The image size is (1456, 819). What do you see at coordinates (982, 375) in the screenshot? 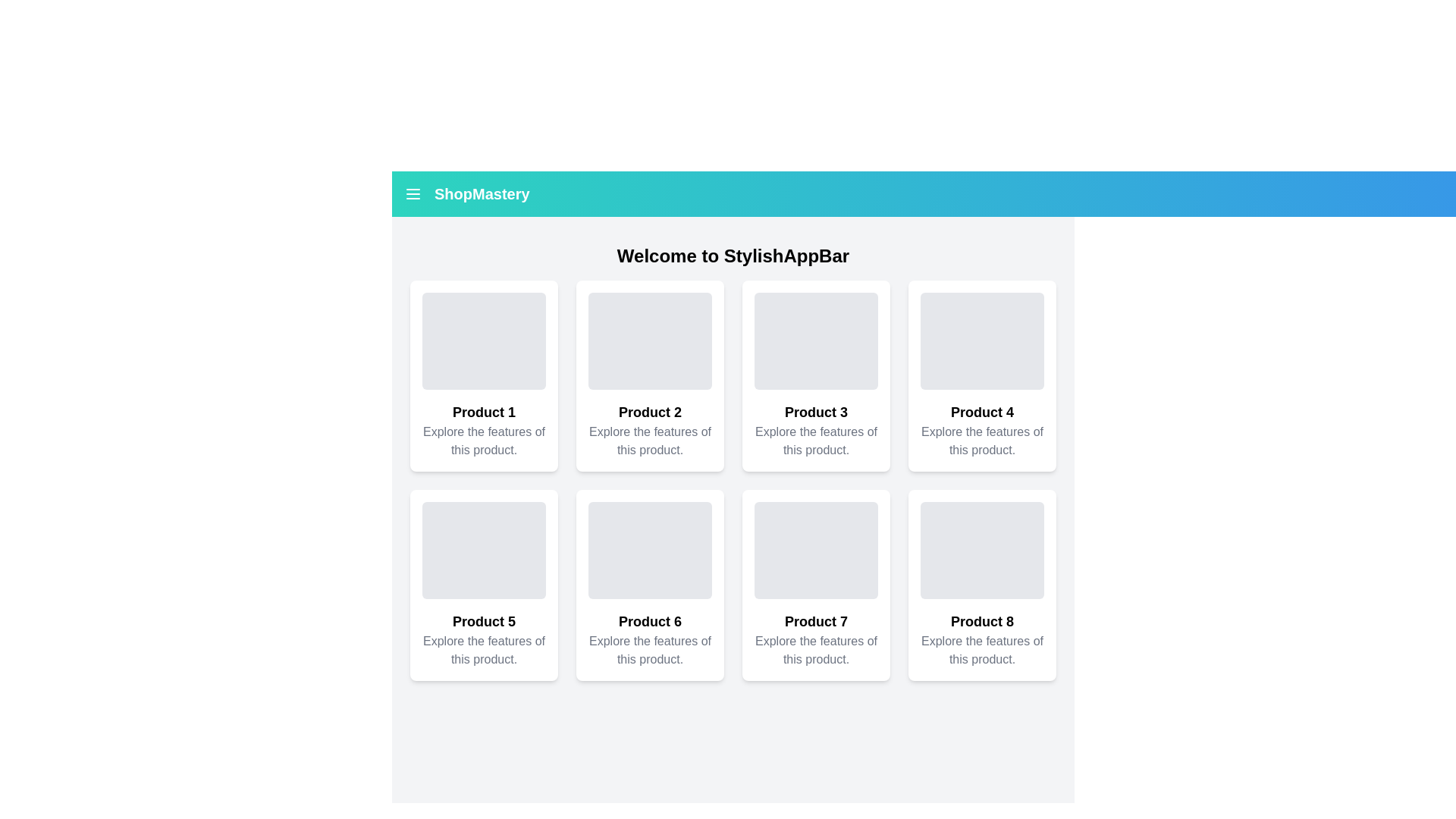
I see `the product card labeled 'Product 4' located in the top row of the grid, fourth from the left` at bounding box center [982, 375].